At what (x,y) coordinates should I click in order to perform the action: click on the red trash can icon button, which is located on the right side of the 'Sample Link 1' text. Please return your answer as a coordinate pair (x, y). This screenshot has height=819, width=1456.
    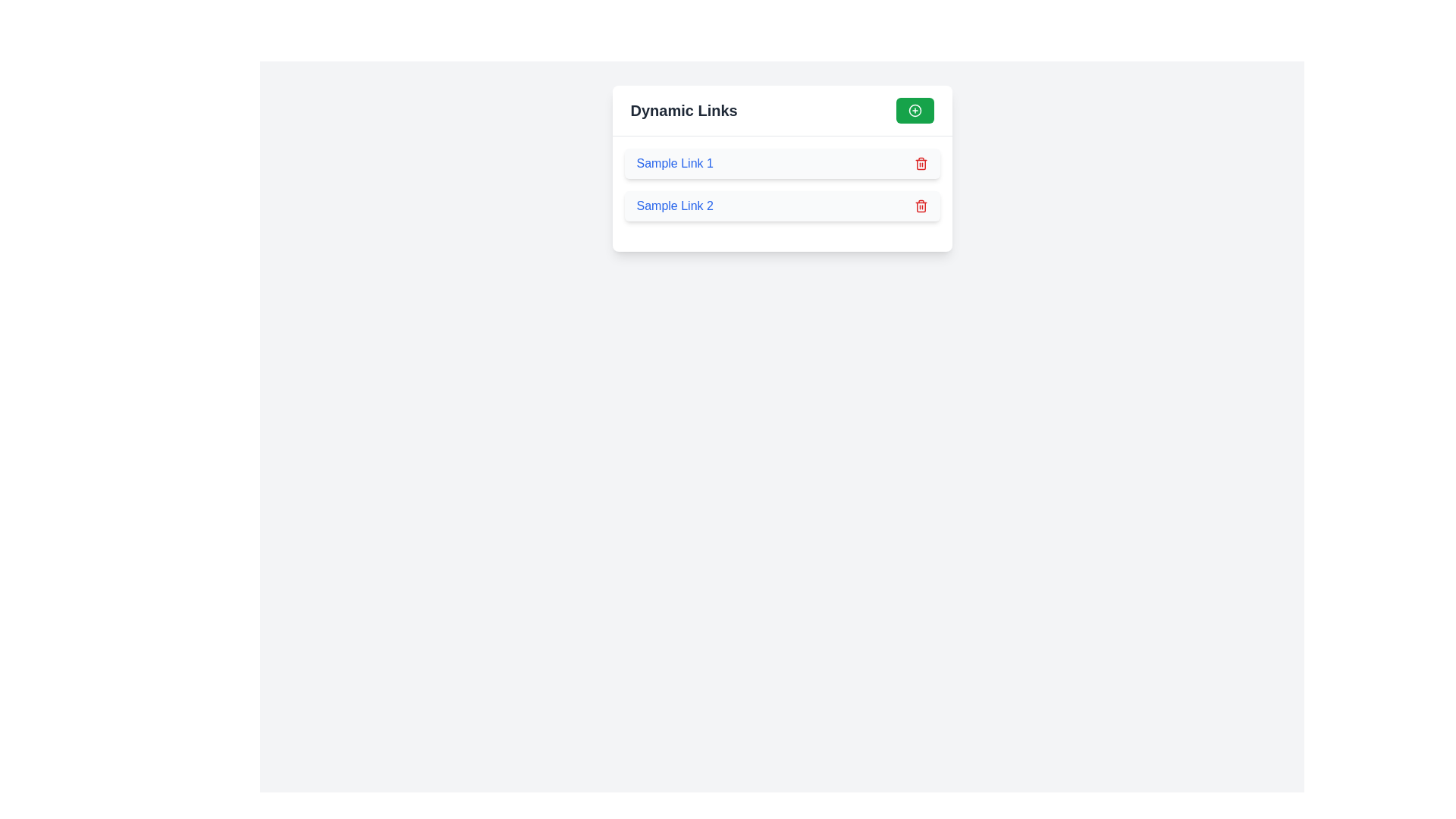
    Looking at the image, I should click on (920, 164).